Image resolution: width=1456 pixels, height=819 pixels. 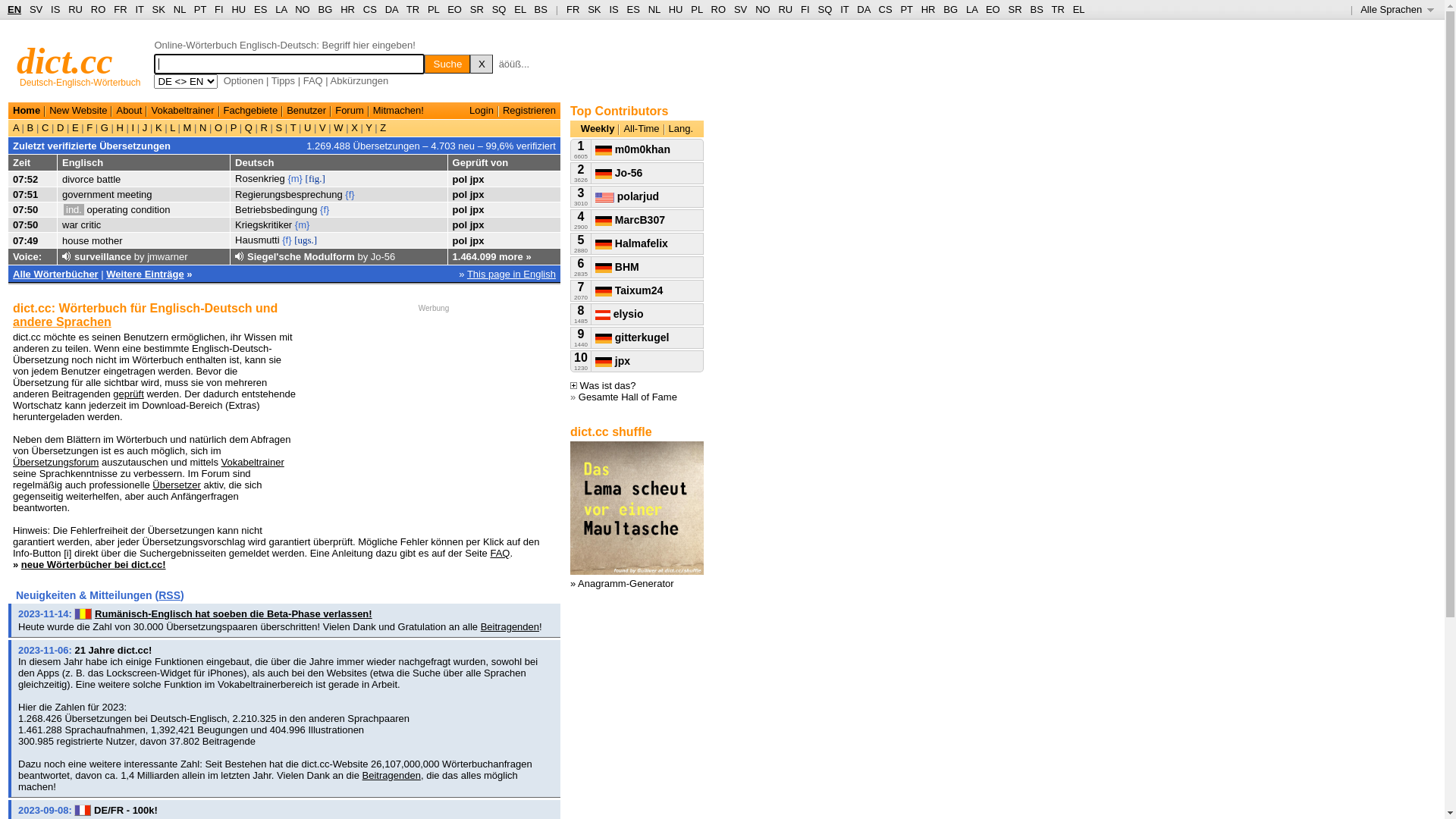 I want to click on 'gitterkugel', so click(x=632, y=336).